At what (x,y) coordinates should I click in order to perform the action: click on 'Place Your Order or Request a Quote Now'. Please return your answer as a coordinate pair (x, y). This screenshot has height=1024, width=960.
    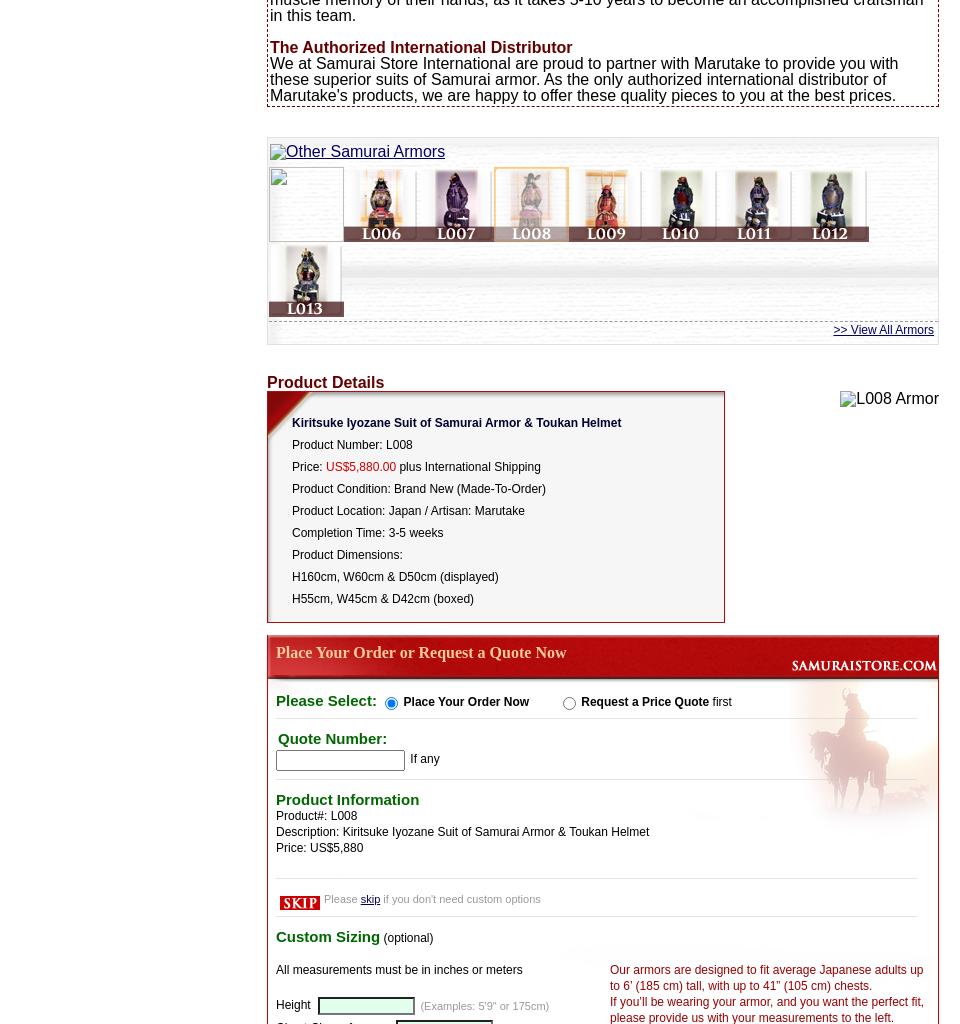
    Looking at the image, I should click on (419, 651).